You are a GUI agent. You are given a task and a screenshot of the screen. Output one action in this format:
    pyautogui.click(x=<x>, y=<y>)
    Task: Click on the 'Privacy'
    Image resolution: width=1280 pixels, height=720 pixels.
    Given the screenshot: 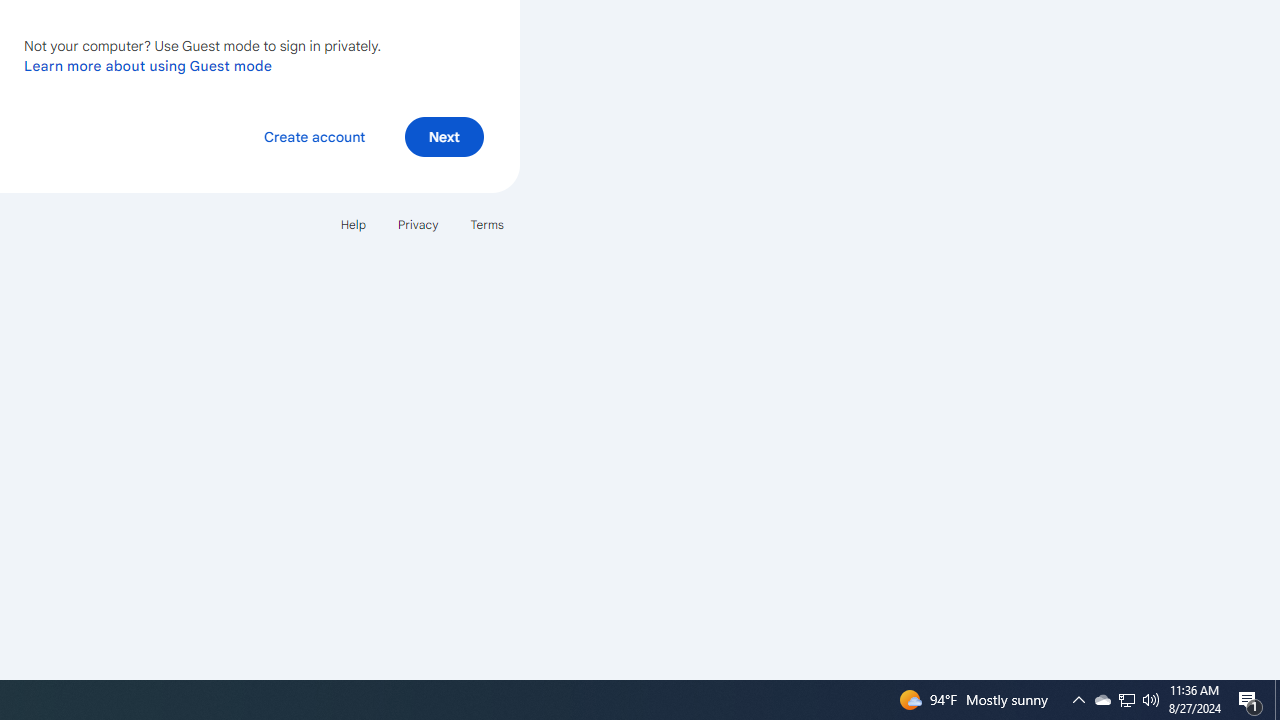 What is the action you would take?
    pyautogui.click(x=416, y=224)
    